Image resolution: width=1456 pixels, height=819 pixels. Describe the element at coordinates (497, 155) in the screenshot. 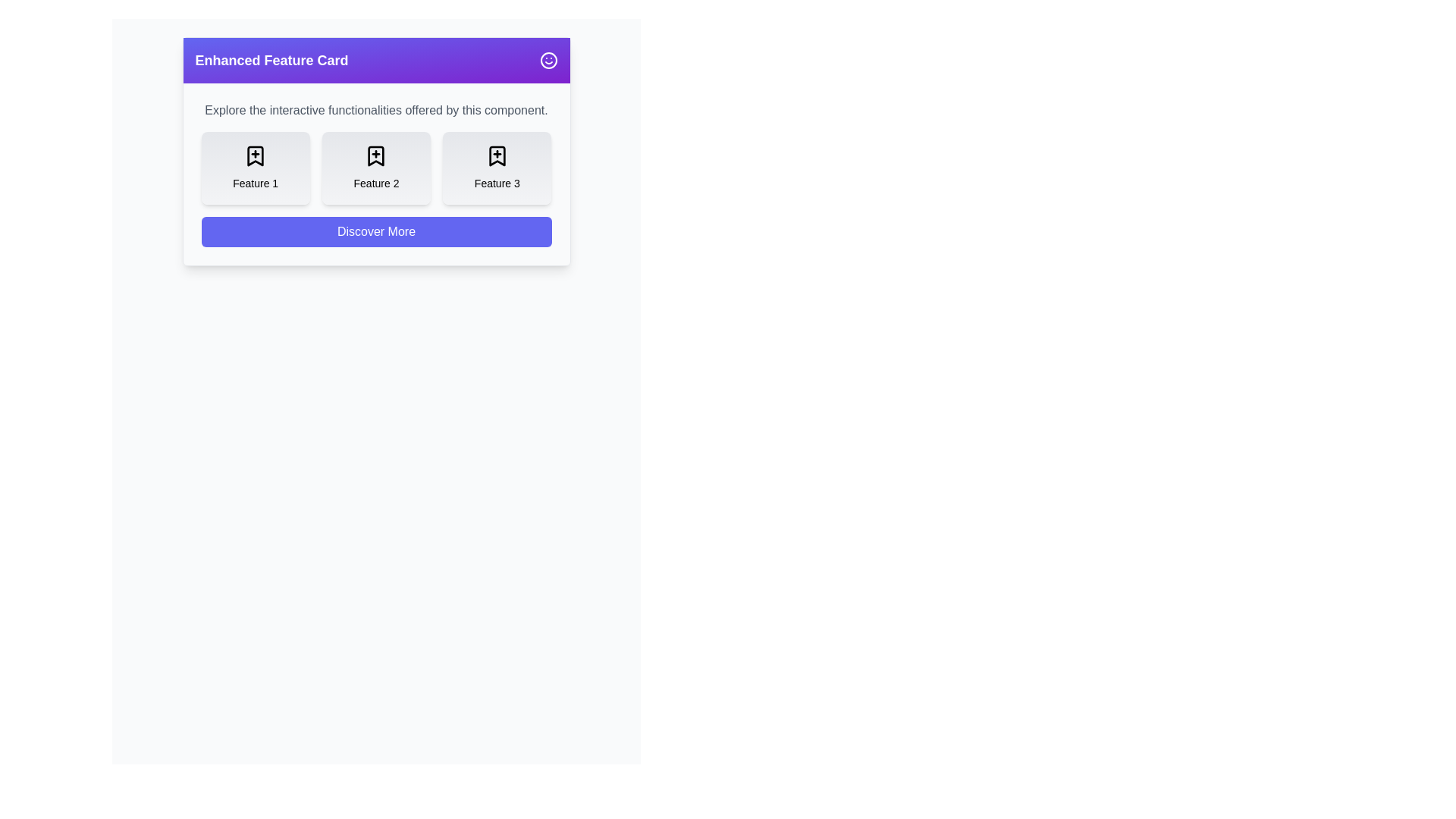

I see `the bookmark icon located within the 'Feature 3' card, which represents an action related to adding a bookmark or saving a feature` at that location.